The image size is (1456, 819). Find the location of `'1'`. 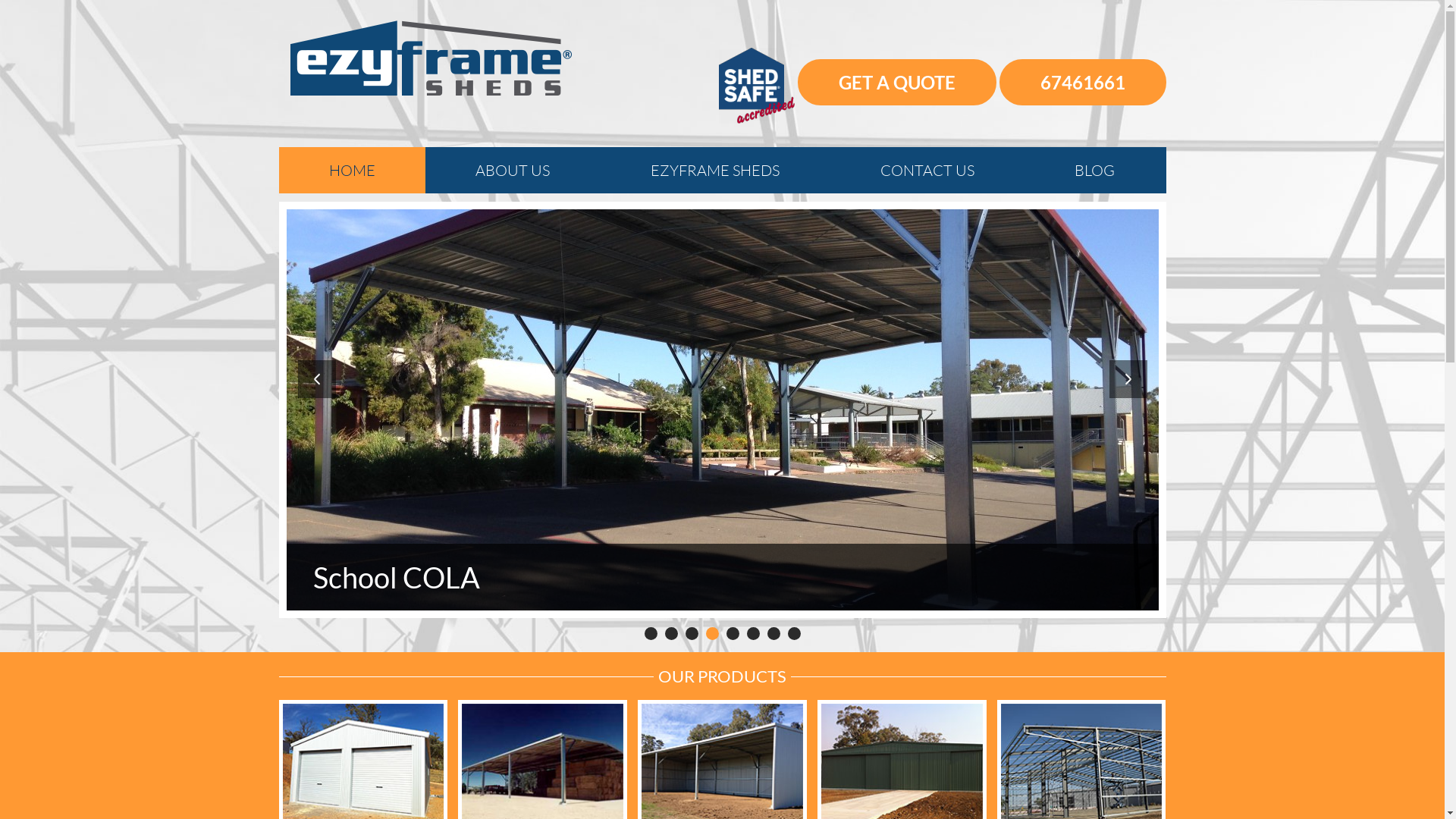

'1' is located at coordinates (651, 633).